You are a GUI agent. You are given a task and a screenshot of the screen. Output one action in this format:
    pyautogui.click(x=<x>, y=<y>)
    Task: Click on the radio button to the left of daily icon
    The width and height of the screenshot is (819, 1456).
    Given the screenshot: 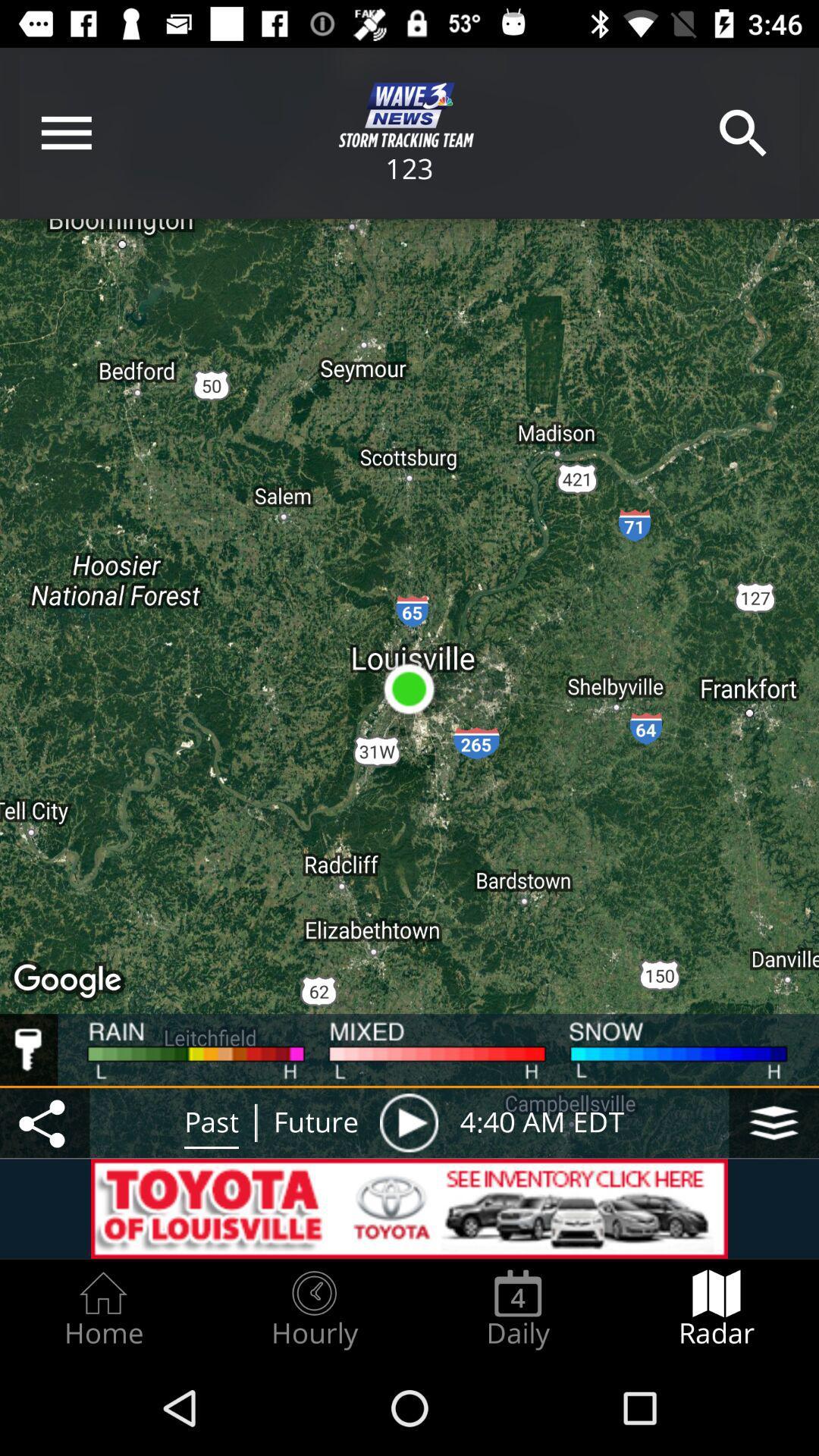 What is the action you would take?
    pyautogui.click(x=313, y=1309)
    